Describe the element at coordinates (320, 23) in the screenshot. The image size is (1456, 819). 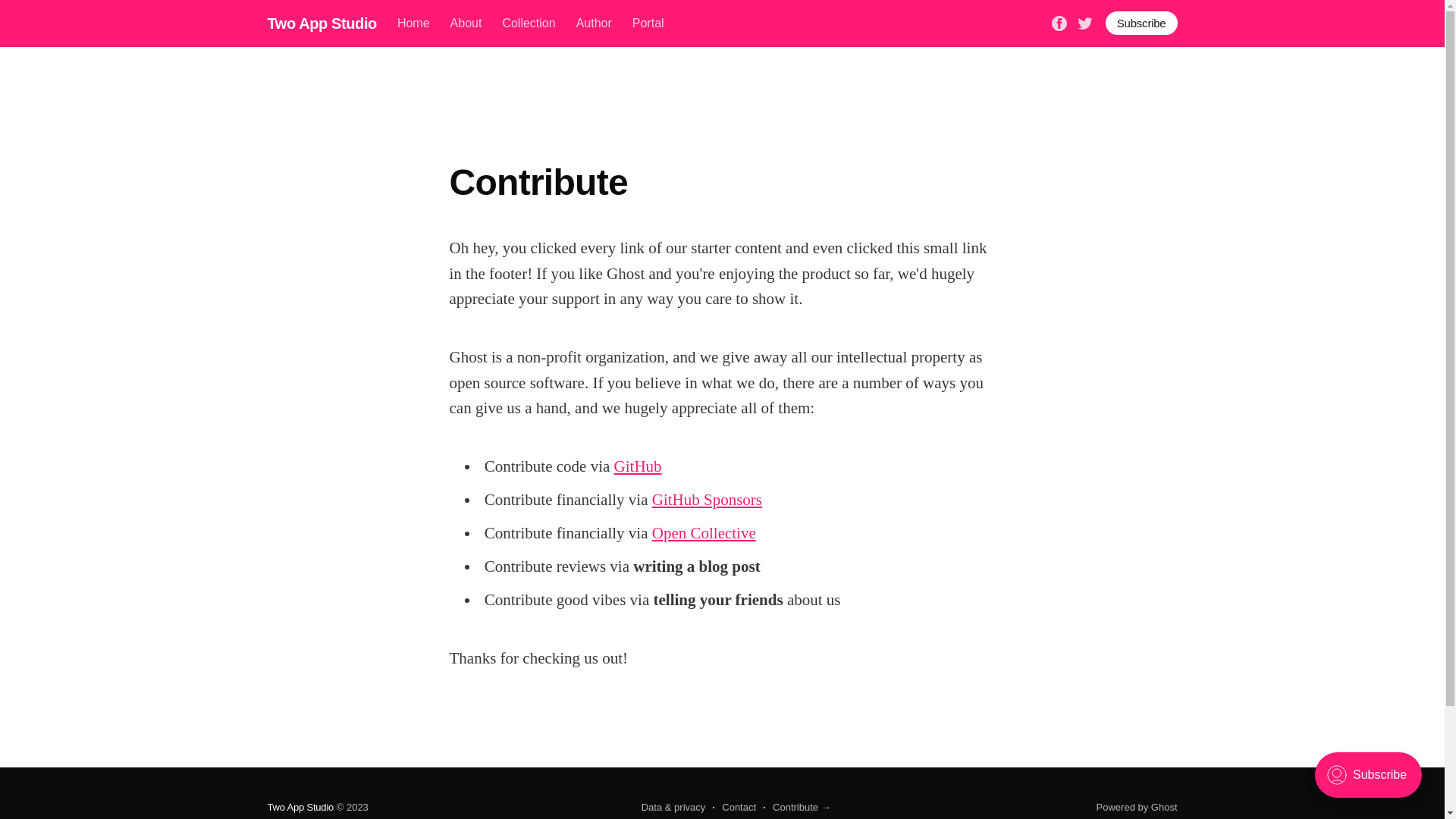
I see `'Two App Studio'` at that location.